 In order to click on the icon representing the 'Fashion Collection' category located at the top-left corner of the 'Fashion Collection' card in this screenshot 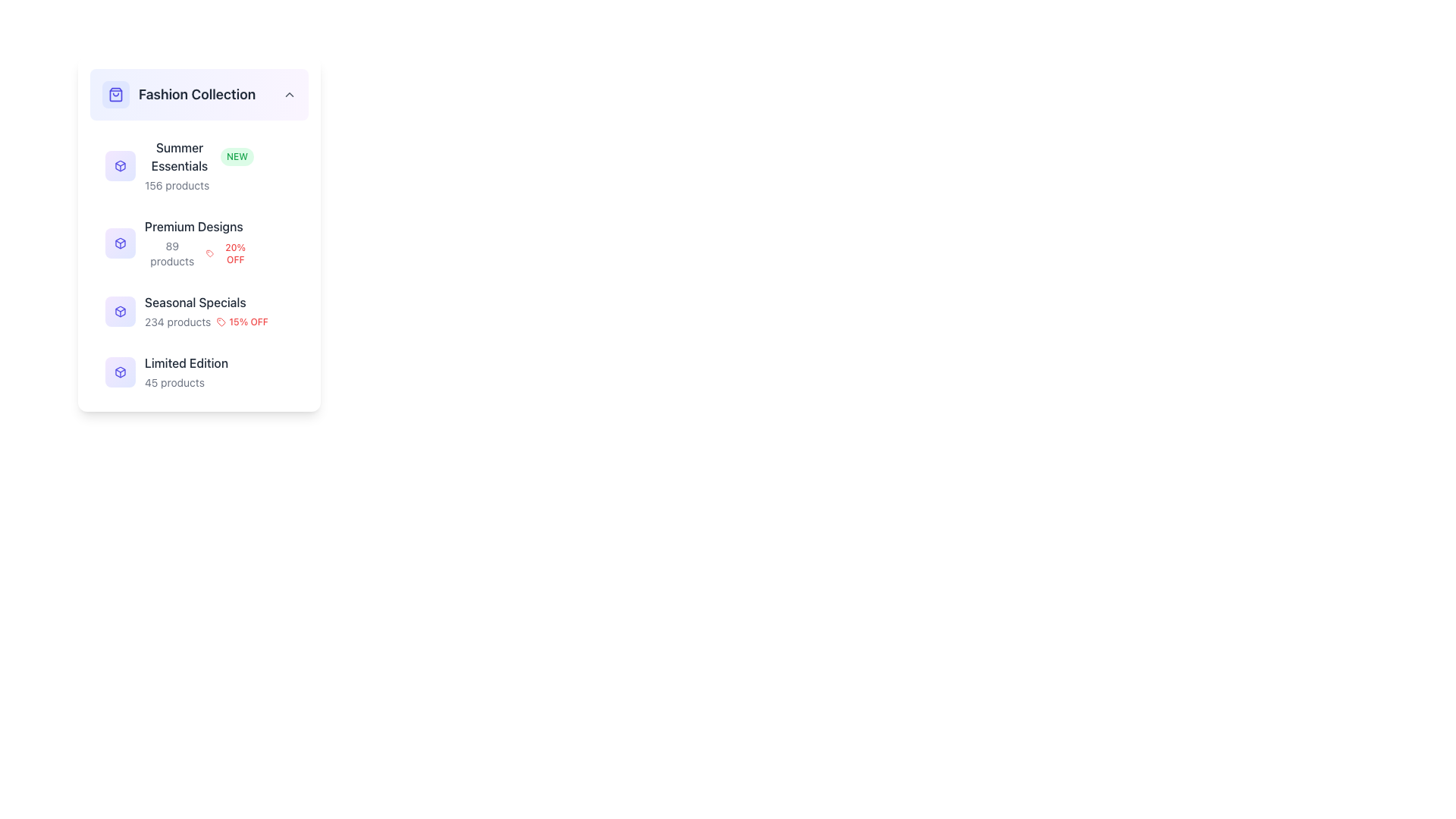, I will do `click(115, 94)`.